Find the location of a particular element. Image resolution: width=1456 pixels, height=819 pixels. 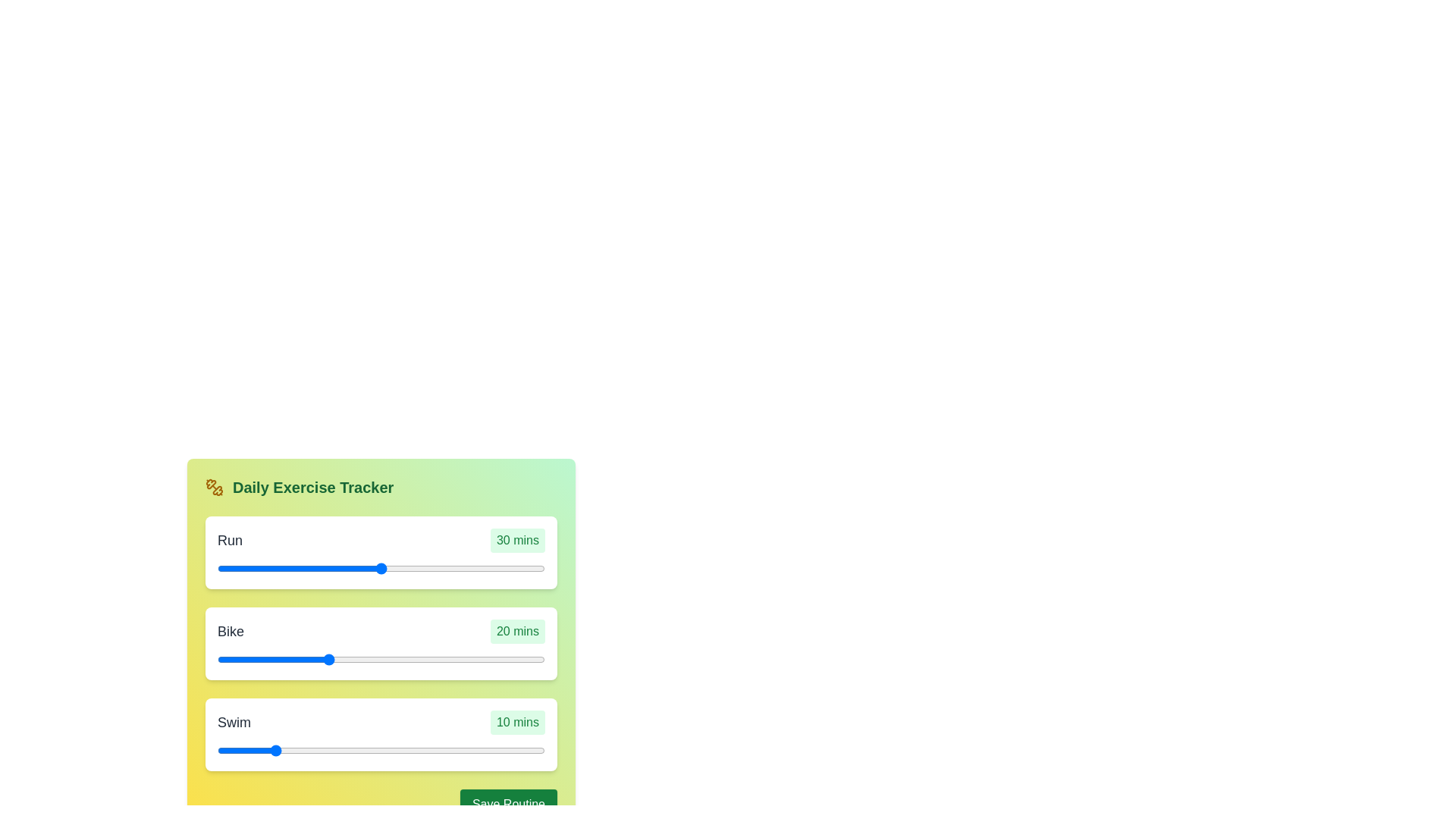

the duration of the 0 slider to 1 minutes is located at coordinates (384, 568).